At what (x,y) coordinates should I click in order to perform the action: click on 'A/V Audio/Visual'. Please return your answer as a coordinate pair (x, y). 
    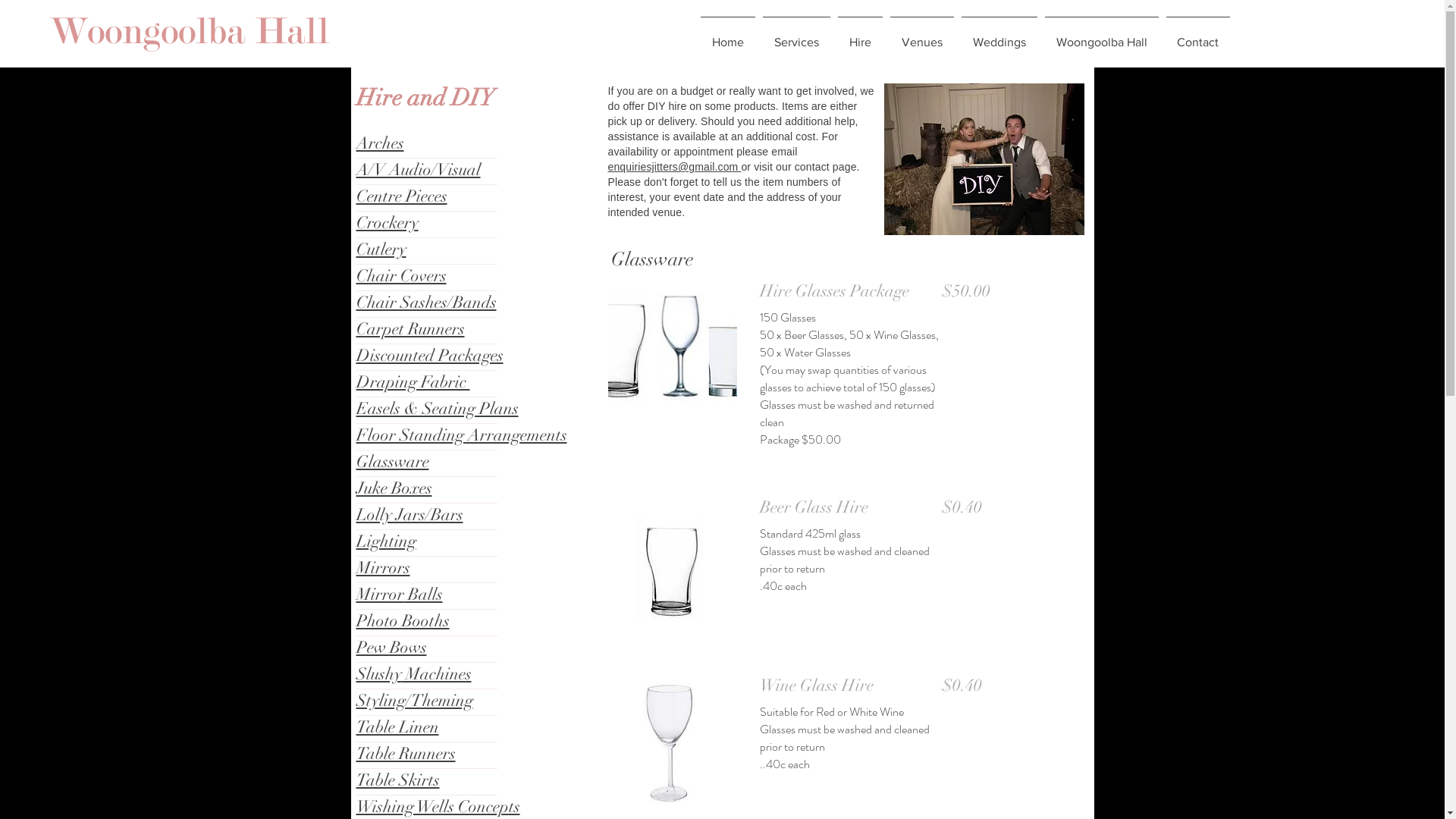
    Looking at the image, I should click on (419, 169).